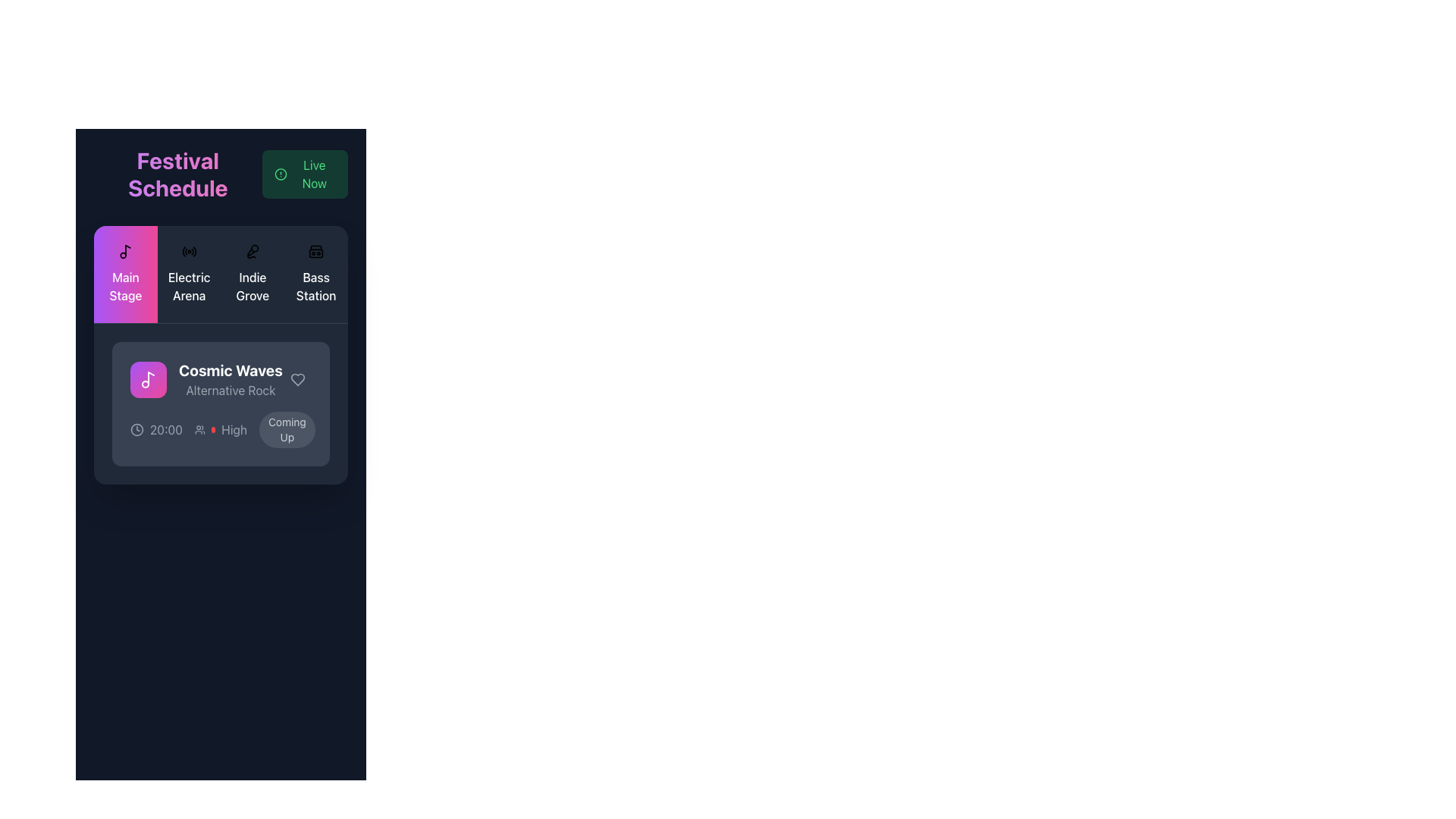 Image resolution: width=1456 pixels, height=819 pixels. Describe the element at coordinates (253, 275) in the screenshot. I see `the 'Indie Grove' button, which features a microphone icon and white text` at that location.